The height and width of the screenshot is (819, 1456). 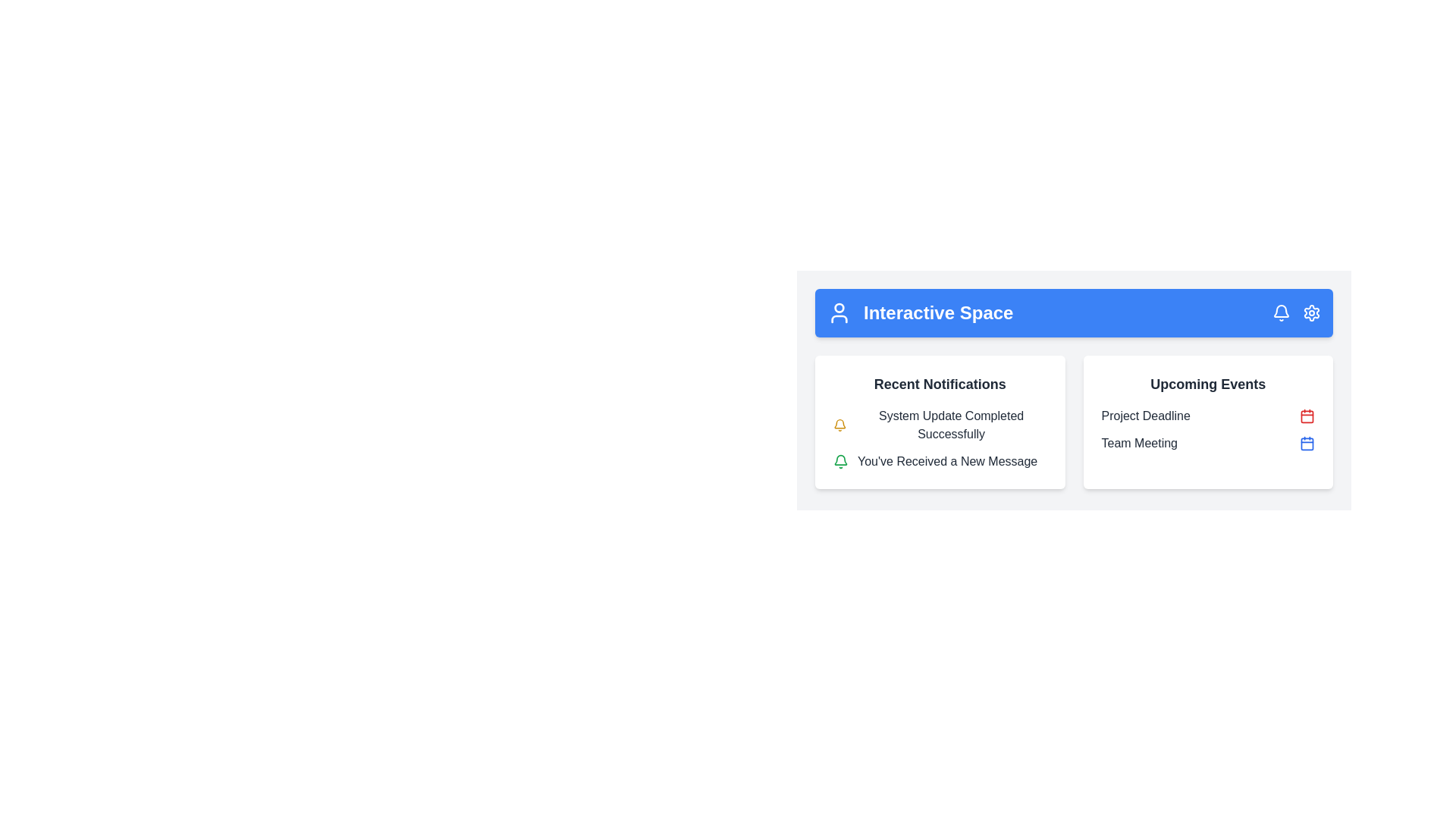 What do you see at coordinates (939, 438) in the screenshot?
I see `the Notification list containing the messages 'System Update Completed Successfully' and 'You've Received a New Message' within the 'Recent Notifications' card` at bounding box center [939, 438].